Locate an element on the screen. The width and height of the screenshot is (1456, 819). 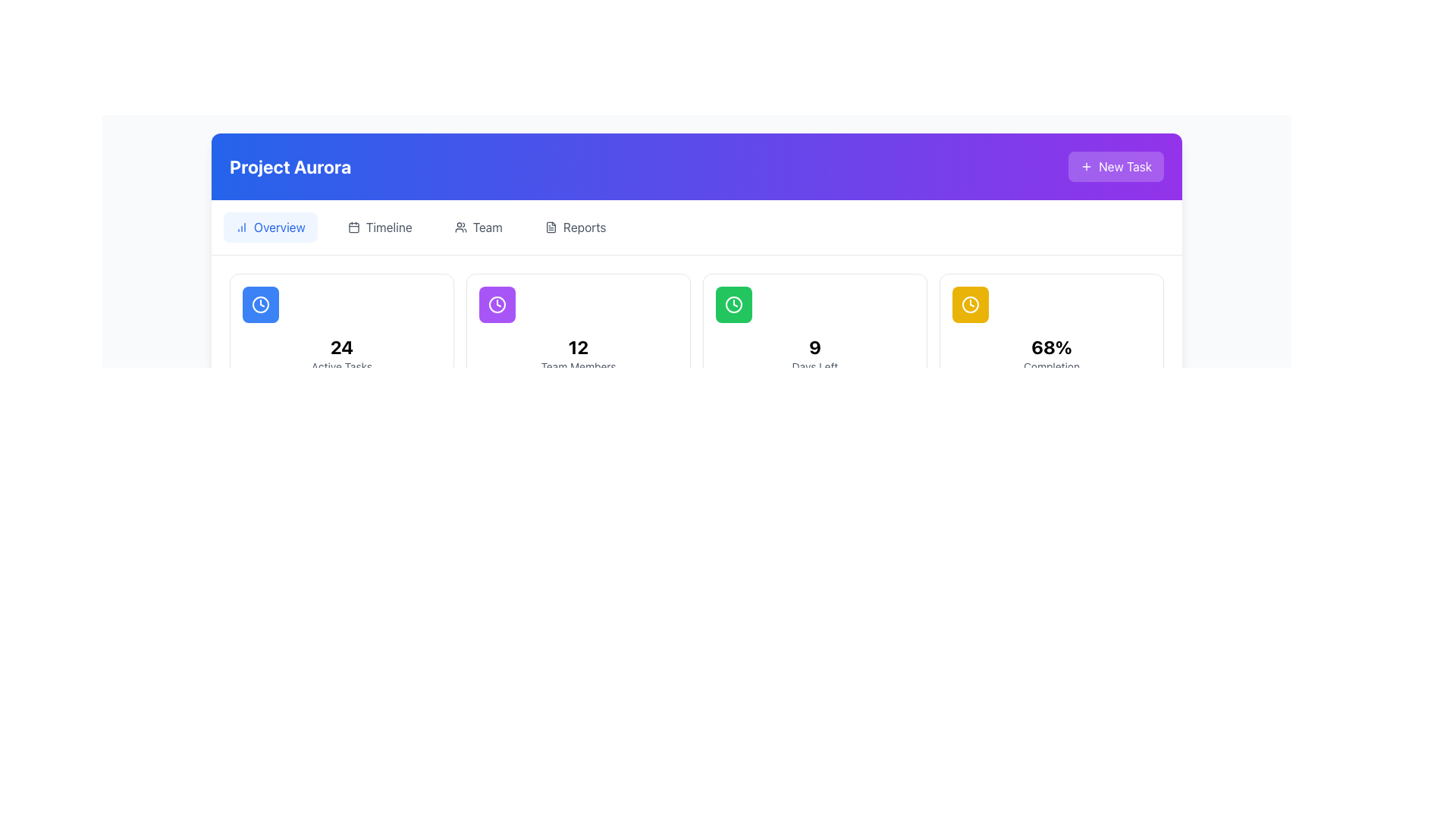
the 'Reports' text label in the navigation menu is located at coordinates (584, 227).